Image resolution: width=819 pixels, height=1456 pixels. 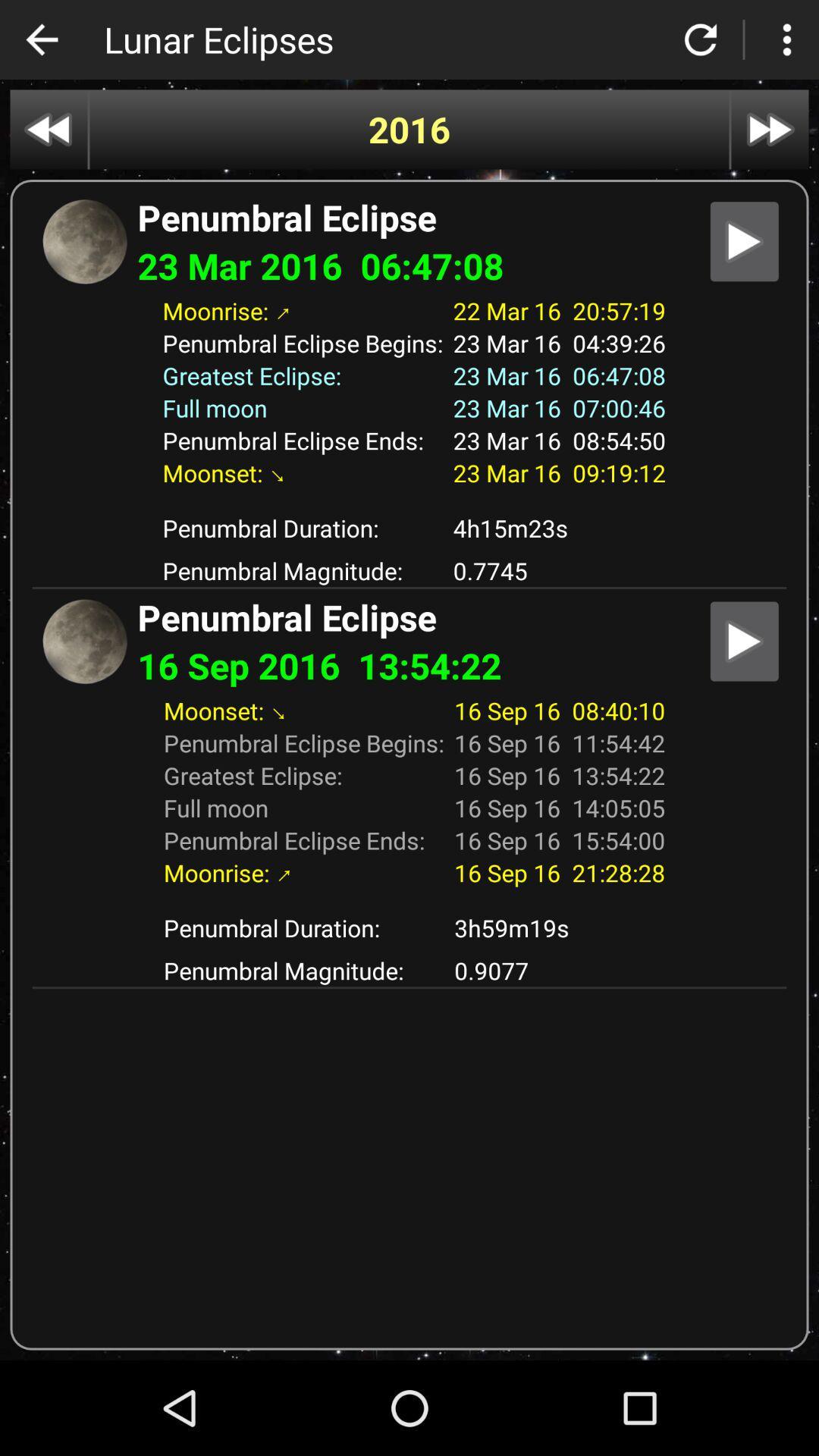 What do you see at coordinates (786, 39) in the screenshot?
I see `settings` at bounding box center [786, 39].